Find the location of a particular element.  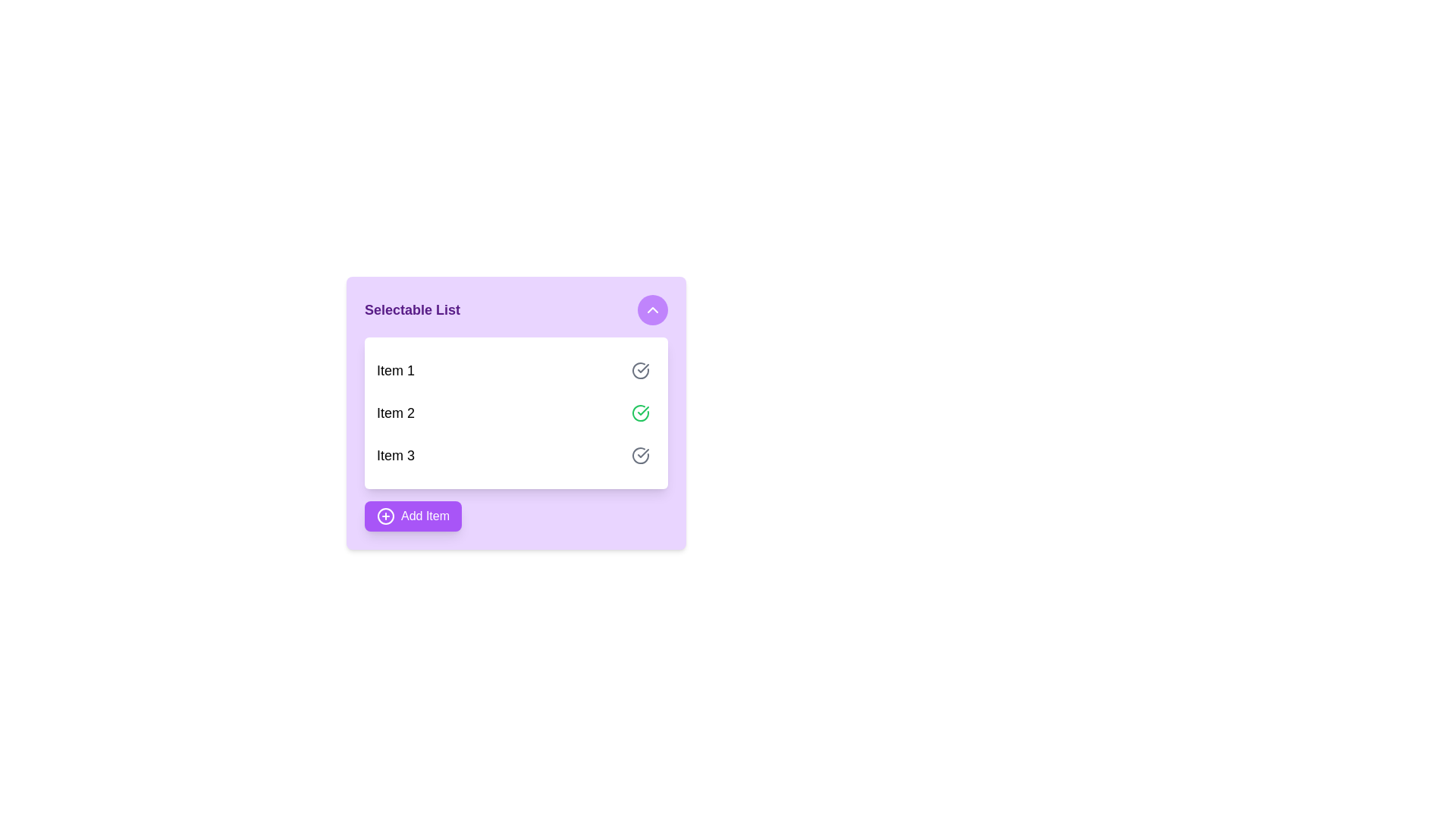

the icon button located to the far right of the row labeled 'Item 3' is located at coordinates (640, 455).